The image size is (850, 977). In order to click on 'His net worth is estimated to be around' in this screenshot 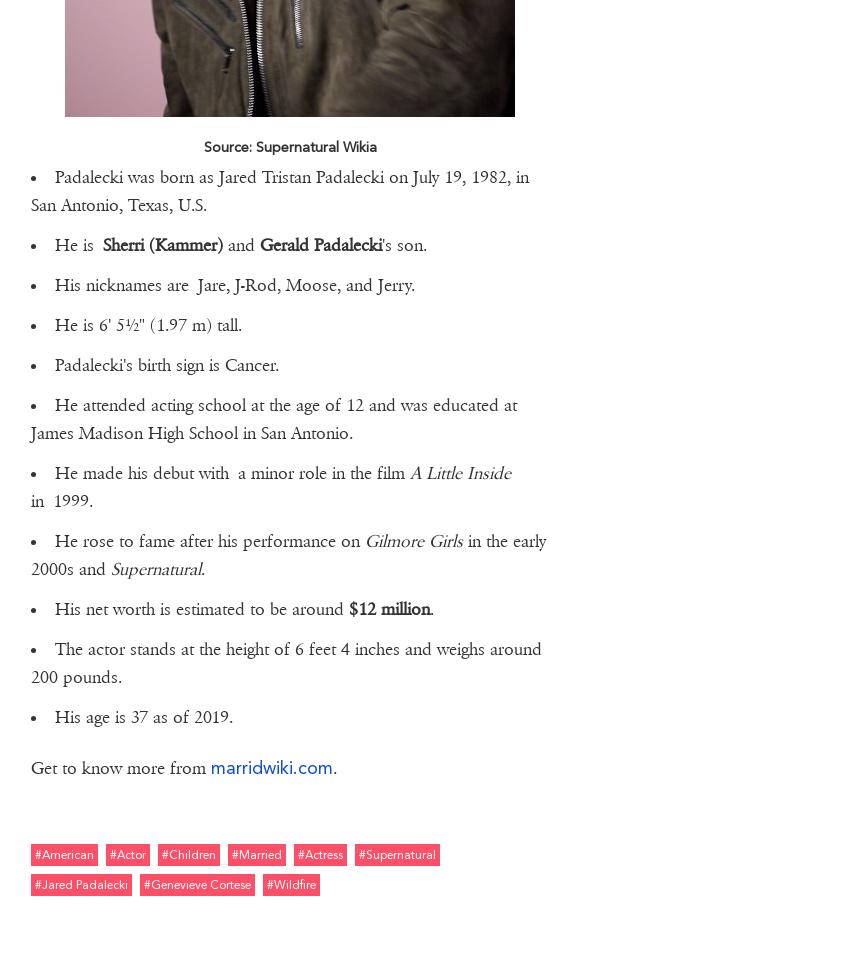, I will do `click(200, 607)`.